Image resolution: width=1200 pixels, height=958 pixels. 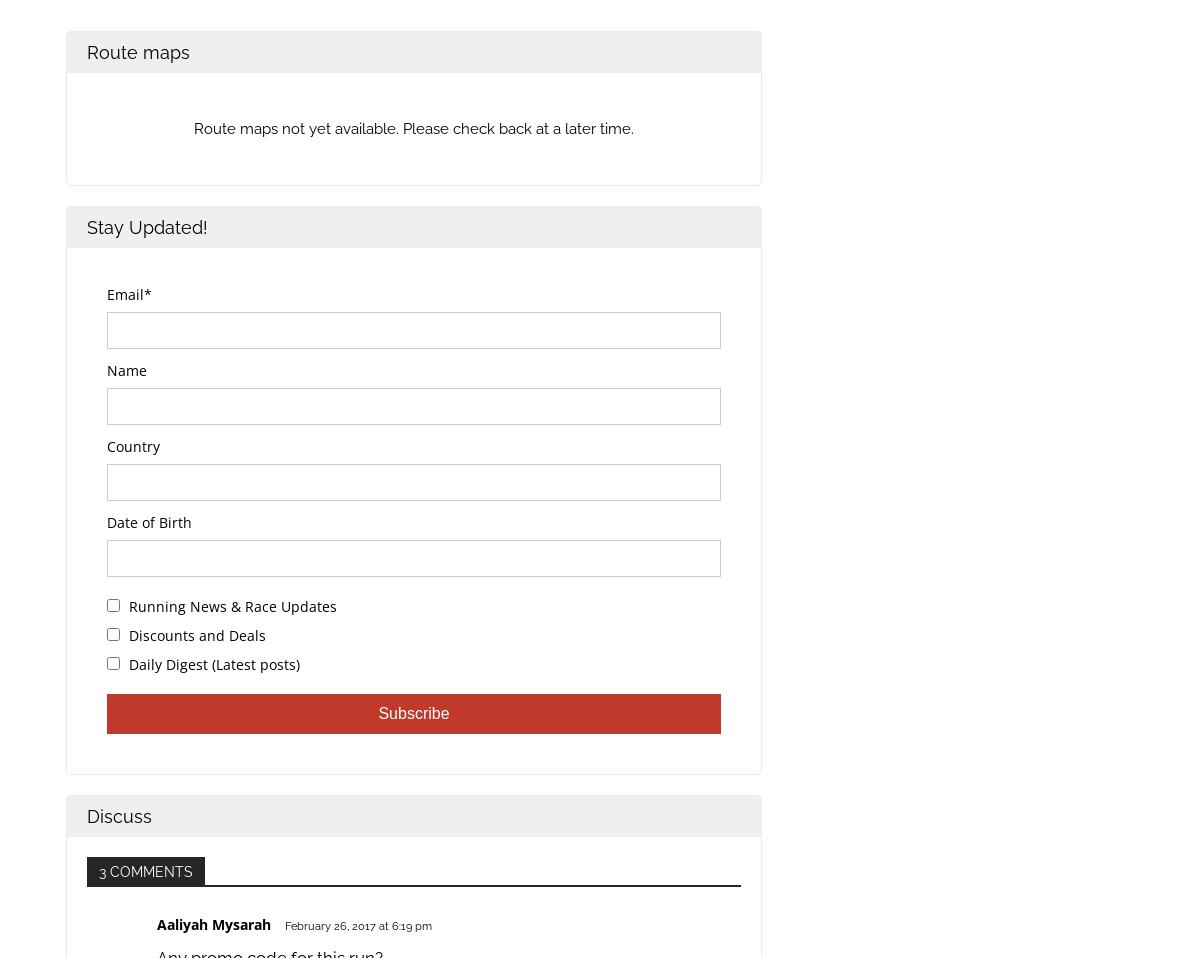 What do you see at coordinates (149, 521) in the screenshot?
I see `'Date of Birth'` at bounding box center [149, 521].